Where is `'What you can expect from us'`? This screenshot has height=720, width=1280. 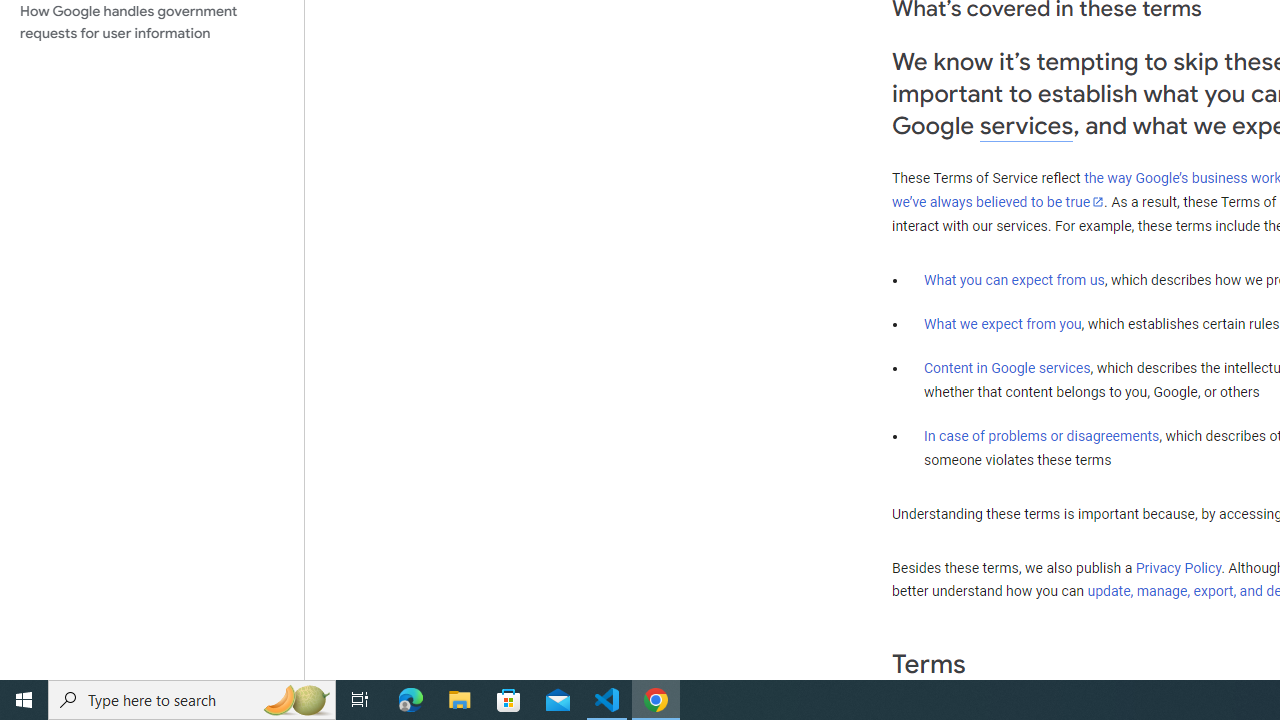 'What you can expect from us' is located at coordinates (1014, 279).